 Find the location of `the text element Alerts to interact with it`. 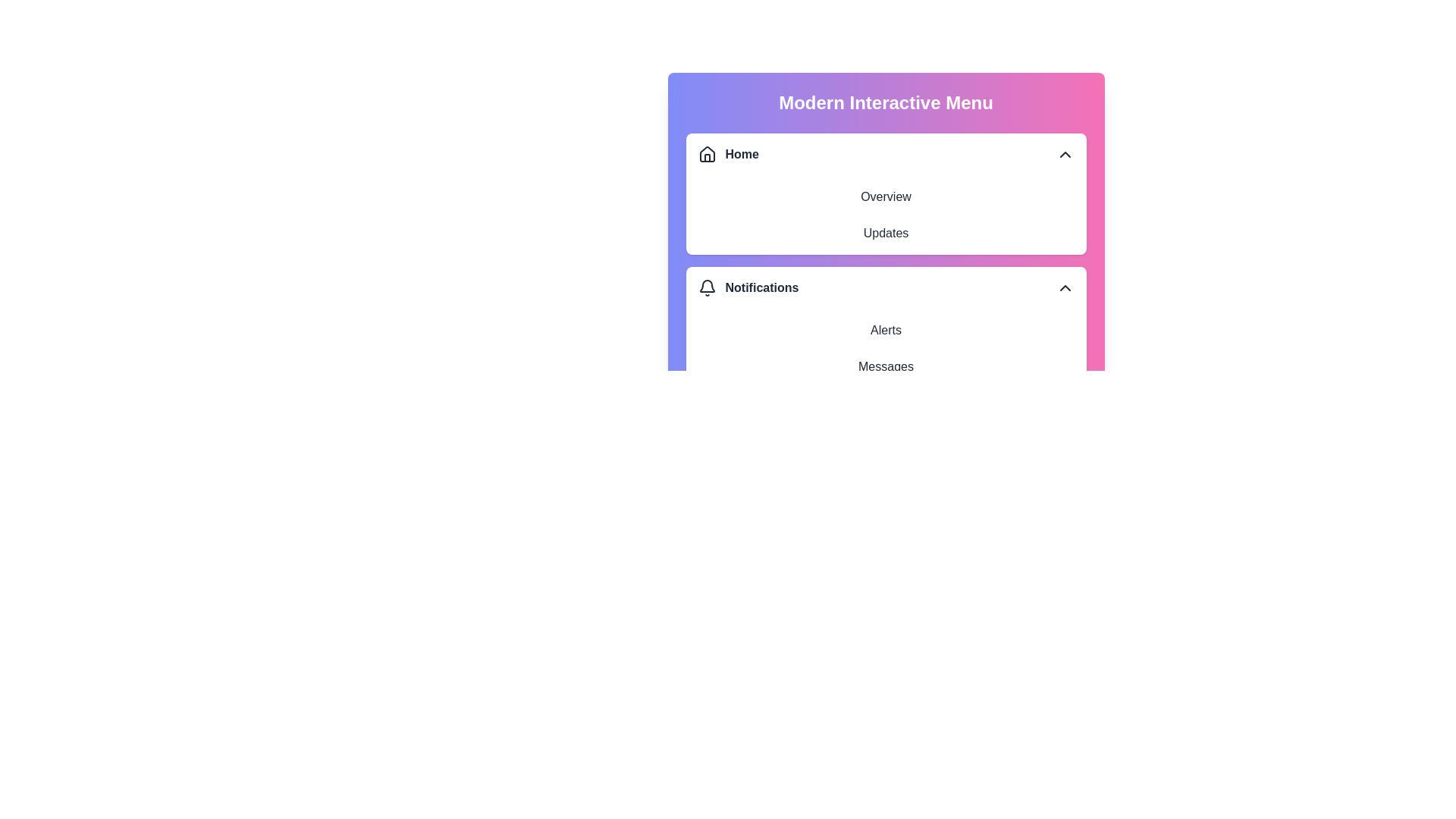

the text element Alerts to interact with it is located at coordinates (886, 329).